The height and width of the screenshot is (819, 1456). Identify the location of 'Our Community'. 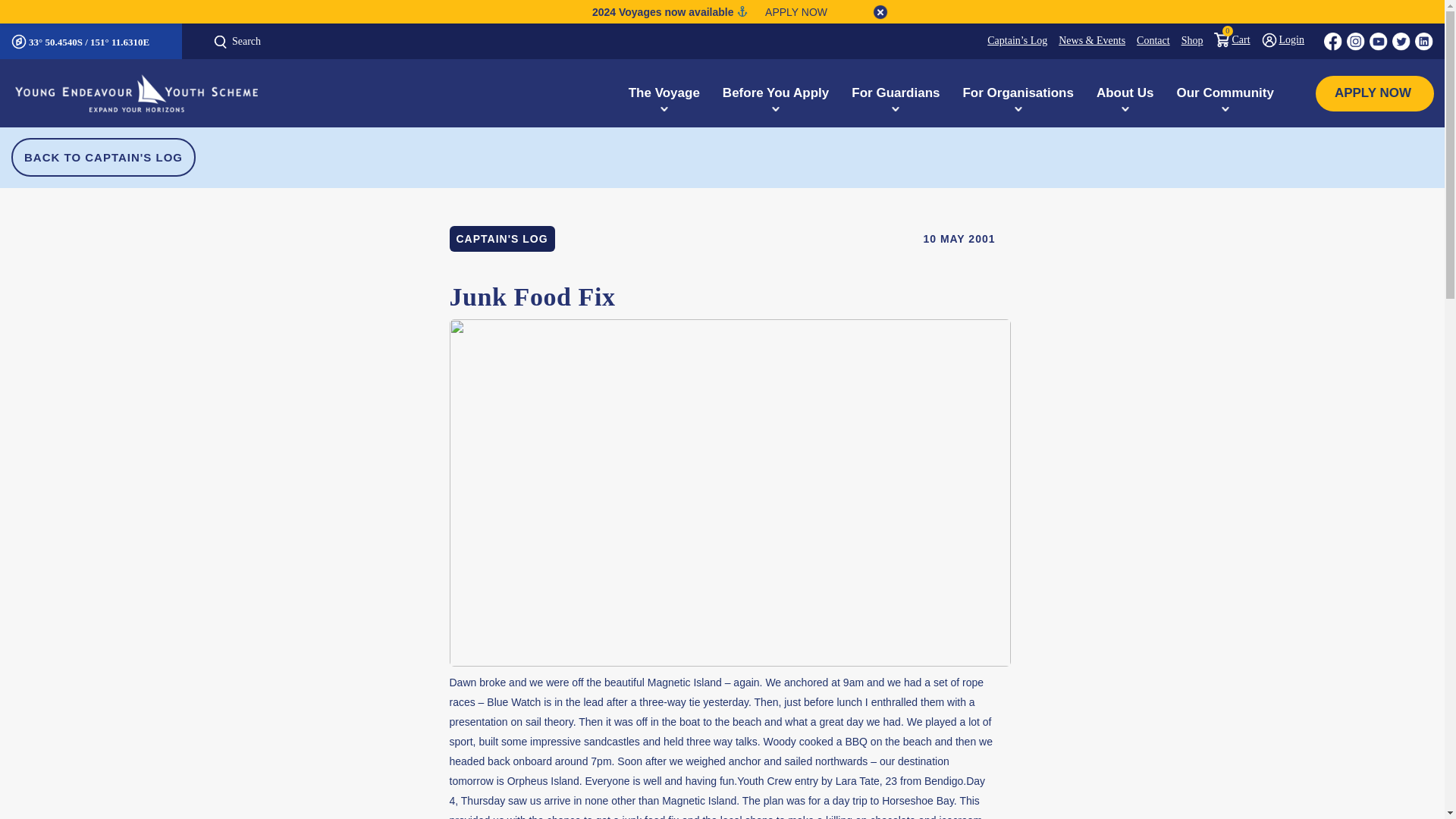
(1164, 93).